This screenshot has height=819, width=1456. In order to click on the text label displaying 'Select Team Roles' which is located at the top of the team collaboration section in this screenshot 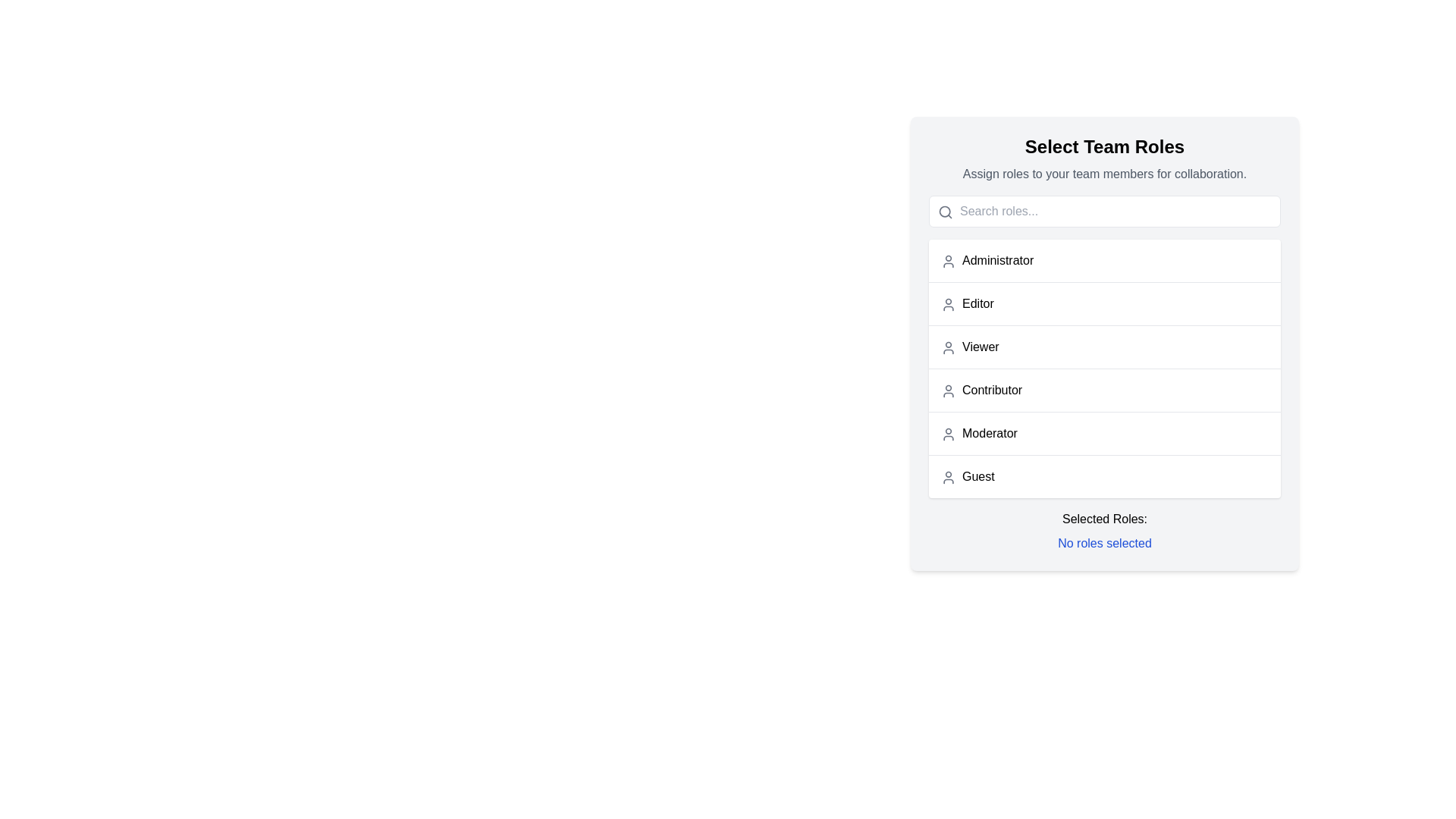, I will do `click(1105, 146)`.